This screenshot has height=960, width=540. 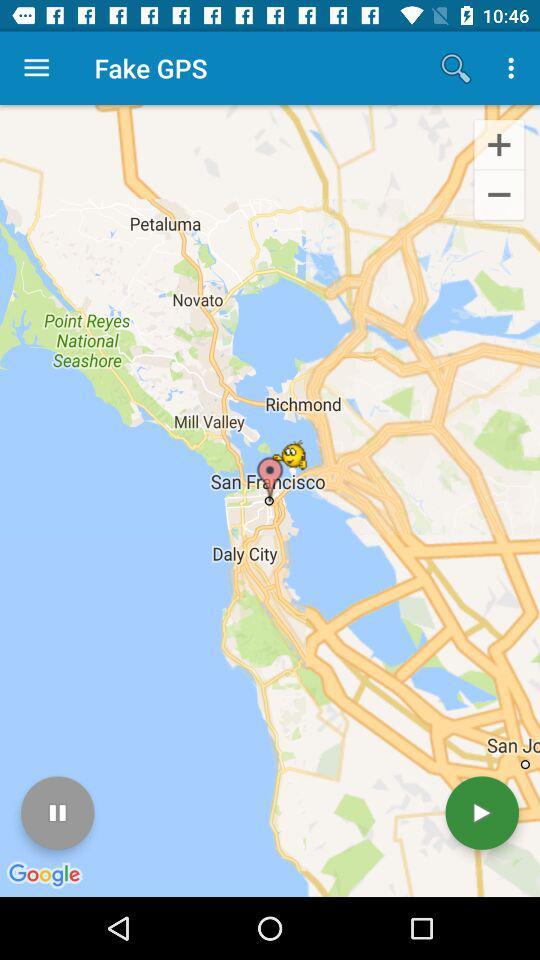 What do you see at coordinates (36, 68) in the screenshot?
I see `item to the left of the fake gps item` at bounding box center [36, 68].